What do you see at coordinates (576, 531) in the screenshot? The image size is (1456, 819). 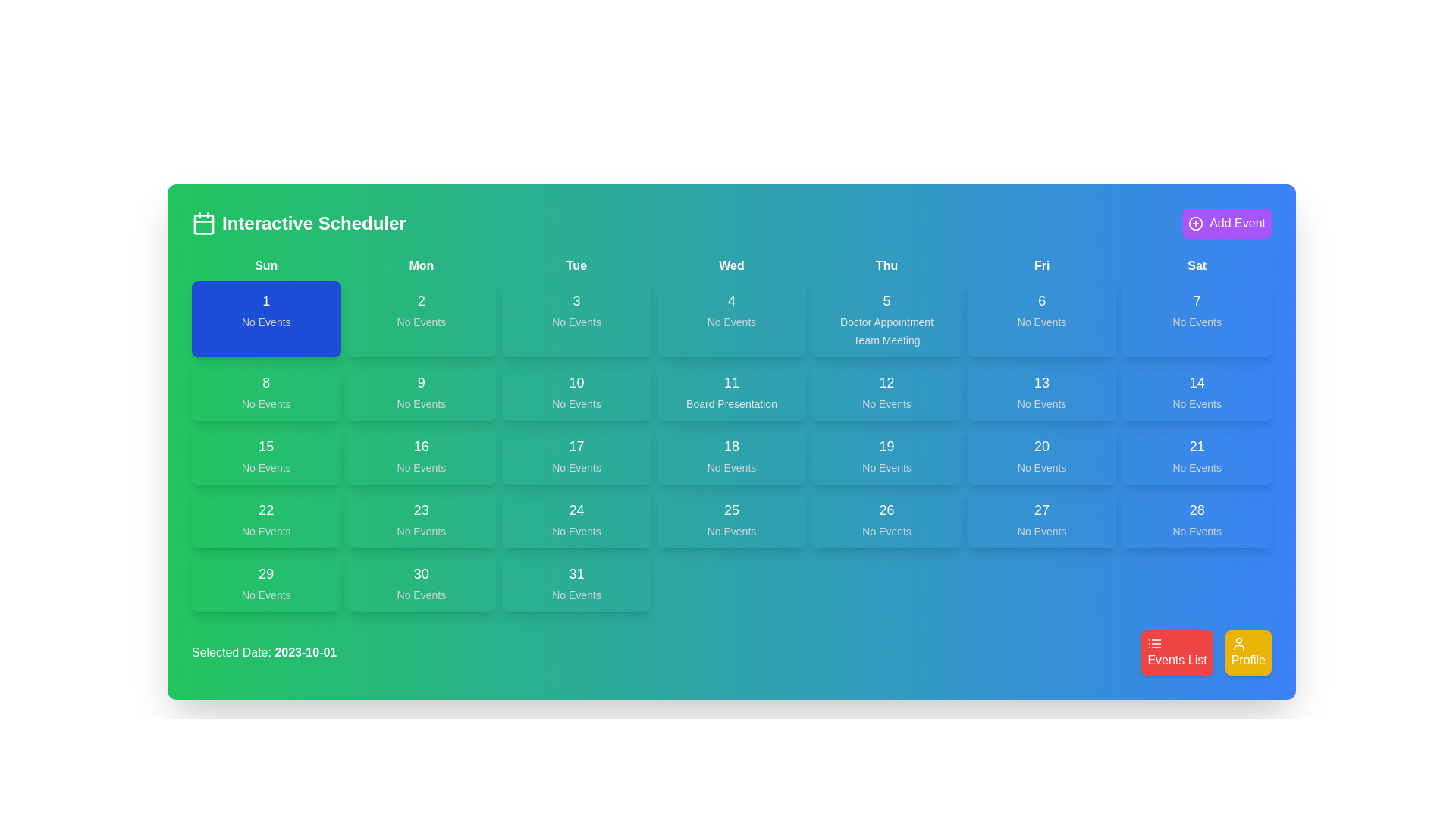 I see `the static text 'No Events' located below the date '24' in the calendar layout, indicating the absence of events` at bounding box center [576, 531].